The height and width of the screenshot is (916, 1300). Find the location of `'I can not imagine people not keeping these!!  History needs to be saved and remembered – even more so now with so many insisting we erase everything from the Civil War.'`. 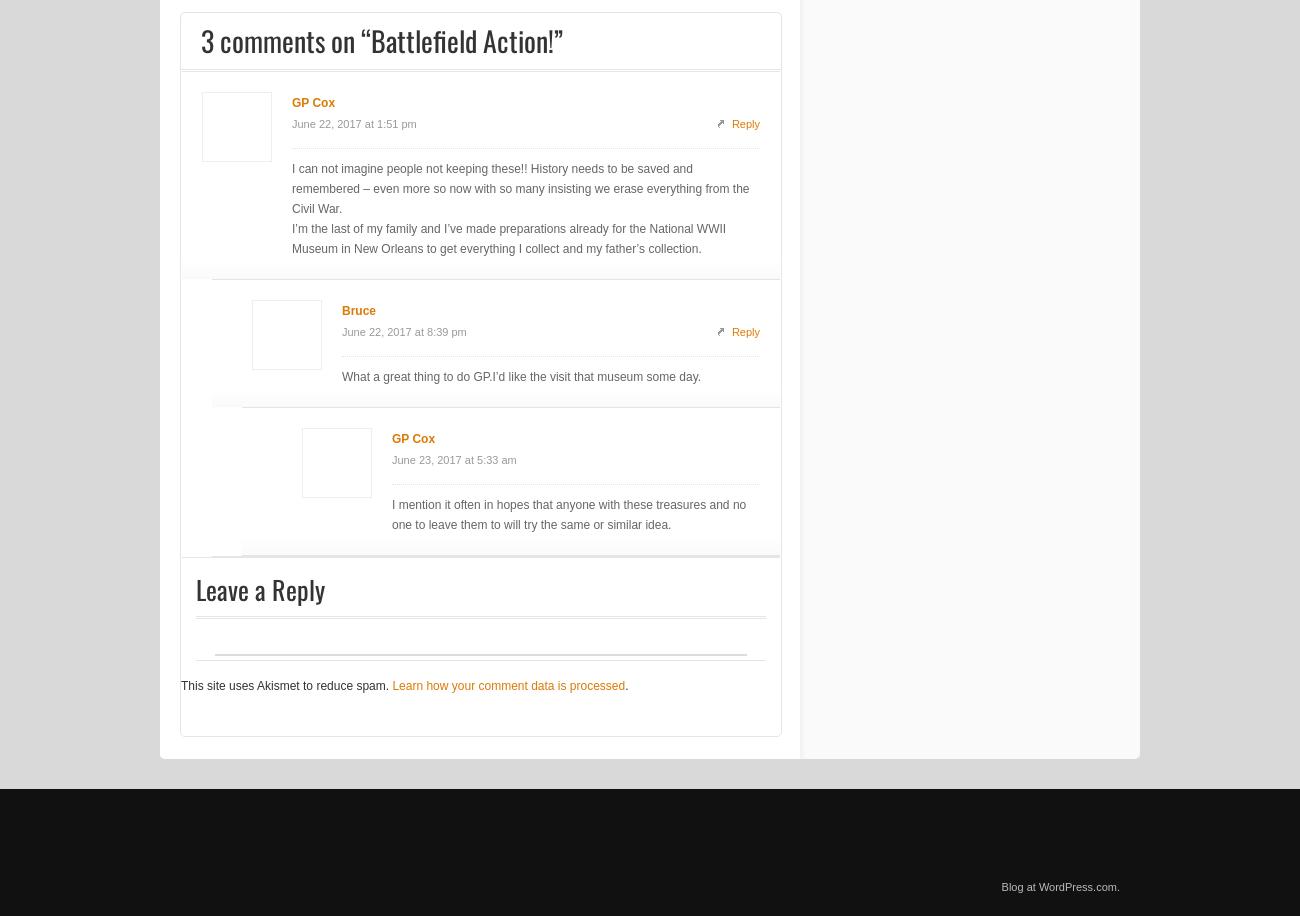

'I can not imagine people not keeping these!!  History needs to be saved and remembered – even more so now with so many insisting we erase everything from the Civil War.' is located at coordinates (291, 187).